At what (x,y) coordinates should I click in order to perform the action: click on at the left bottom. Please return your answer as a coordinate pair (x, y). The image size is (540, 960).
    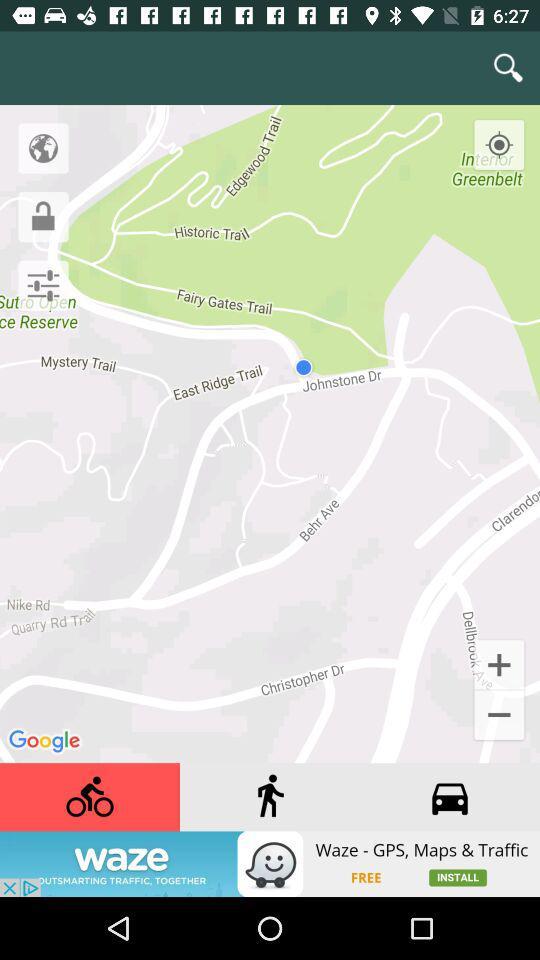
    Looking at the image, I should click on (498, 647).